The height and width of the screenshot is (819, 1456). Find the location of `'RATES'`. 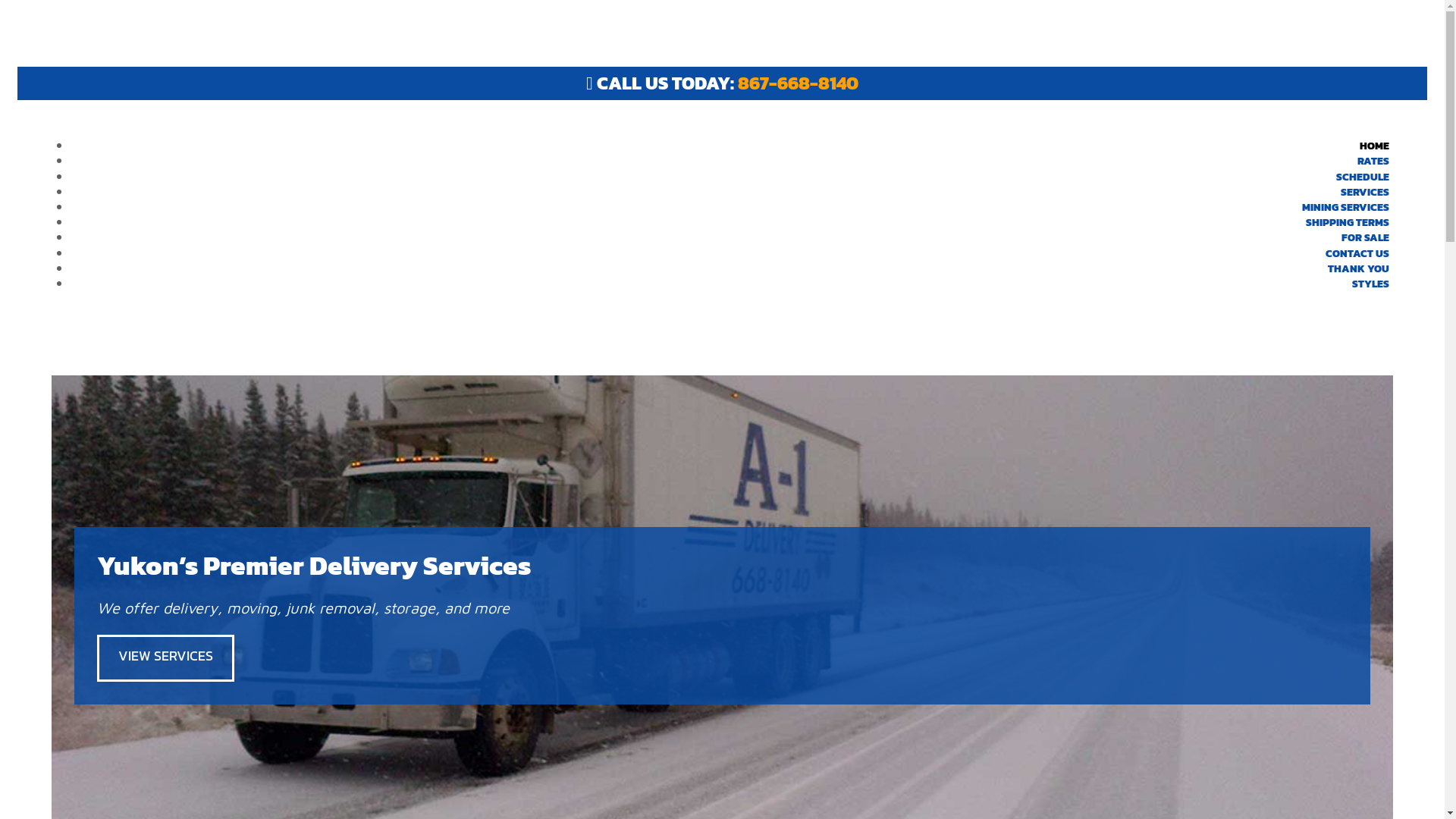

'RATES' is located at coordinates (1373, 161).